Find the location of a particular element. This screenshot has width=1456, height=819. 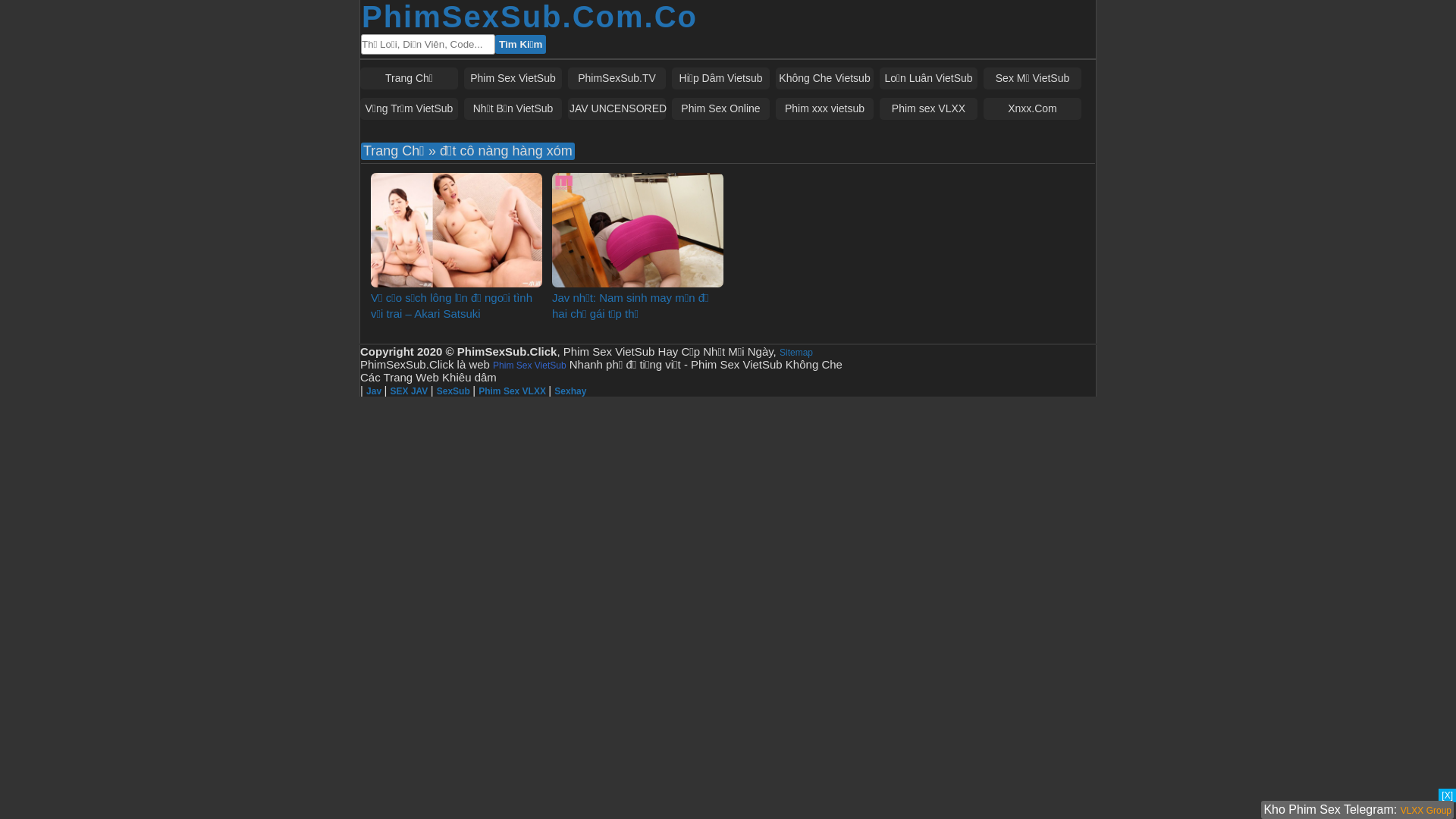

'VLXX Group' is located at coordinates (1425, 809).